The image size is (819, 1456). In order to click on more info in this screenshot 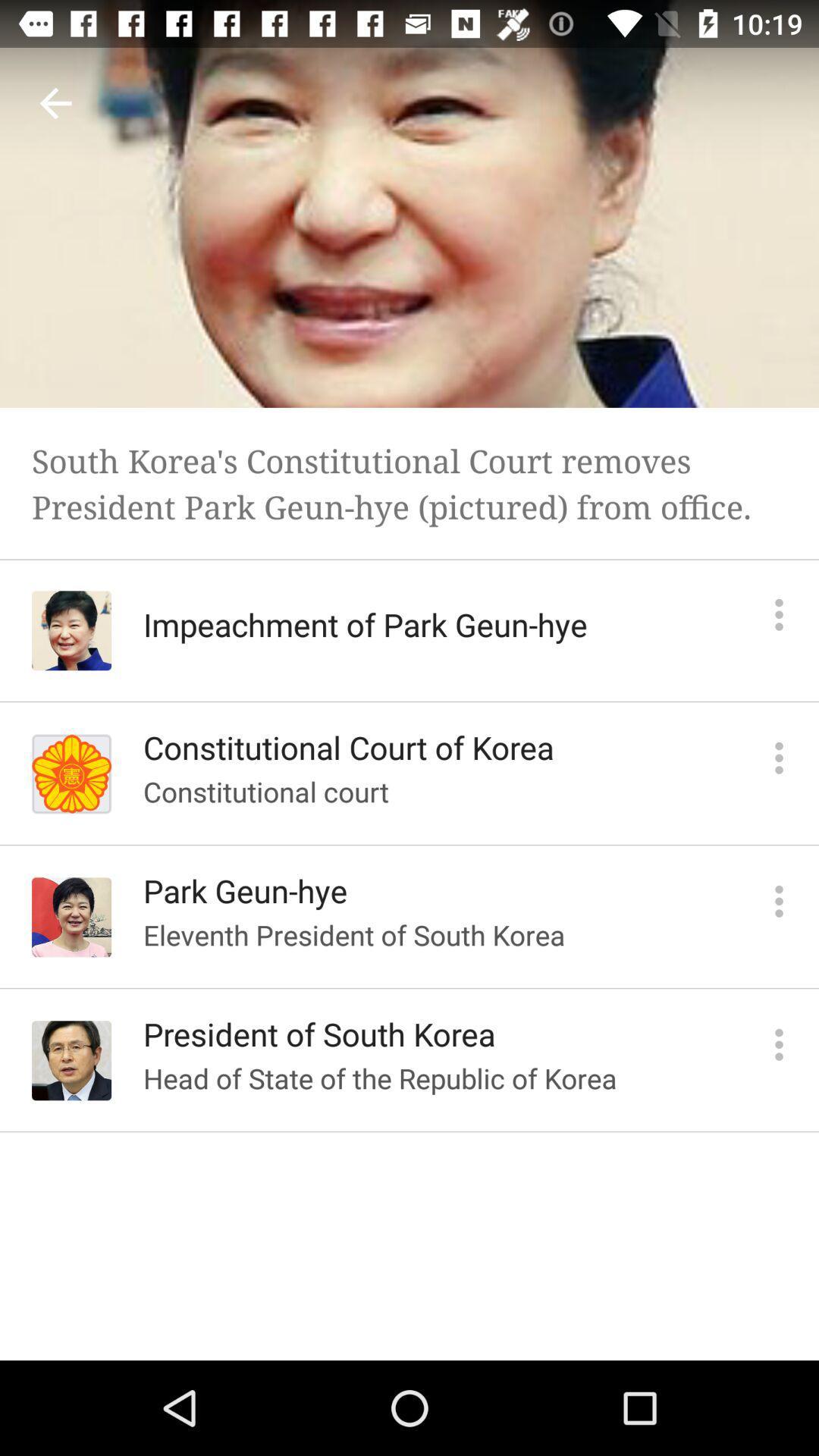, I will do `click(779, 901)`.